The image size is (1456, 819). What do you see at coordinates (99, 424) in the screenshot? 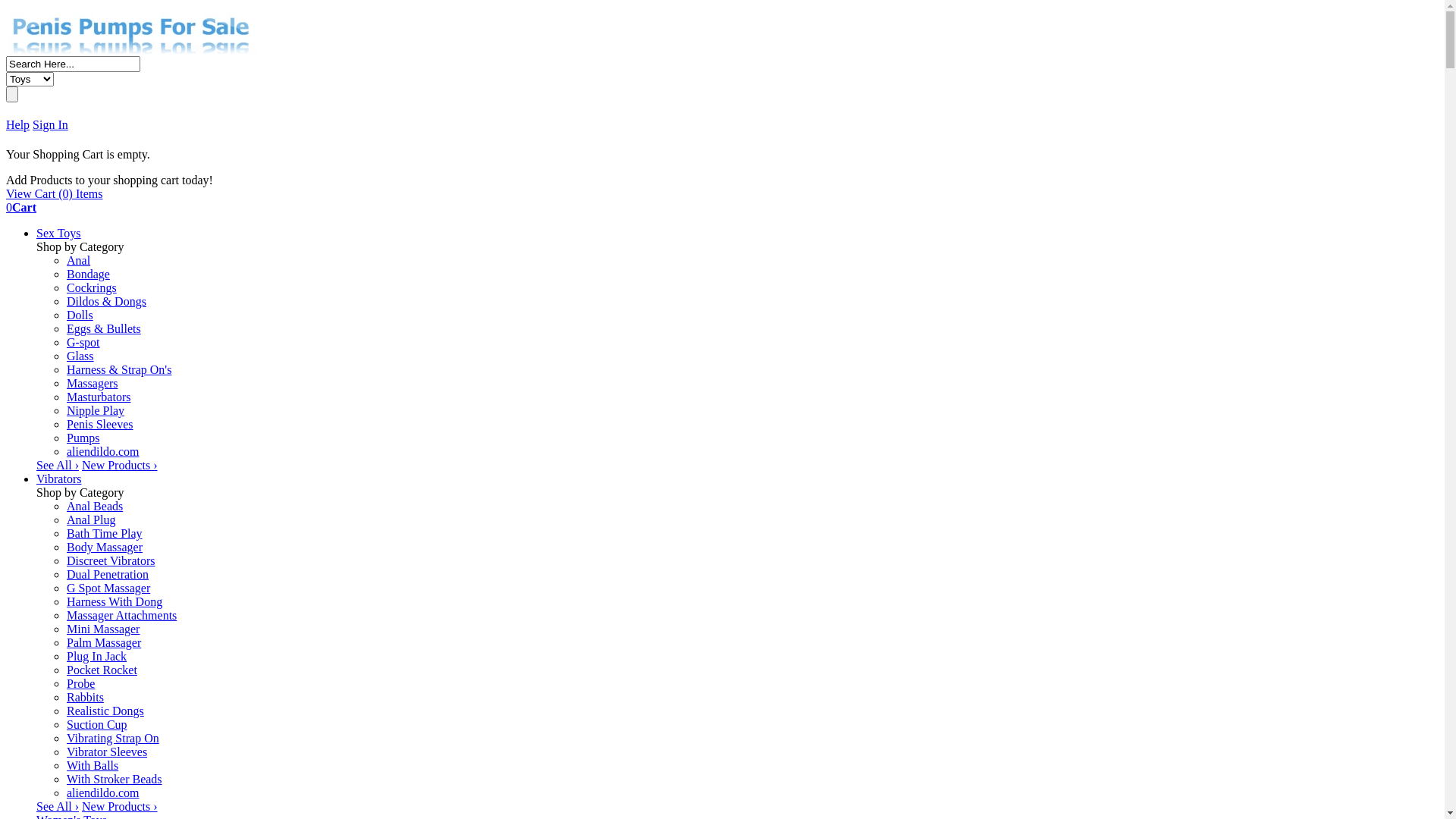
I see `'Penis Sleeves'` at bounding box center [99, 424].